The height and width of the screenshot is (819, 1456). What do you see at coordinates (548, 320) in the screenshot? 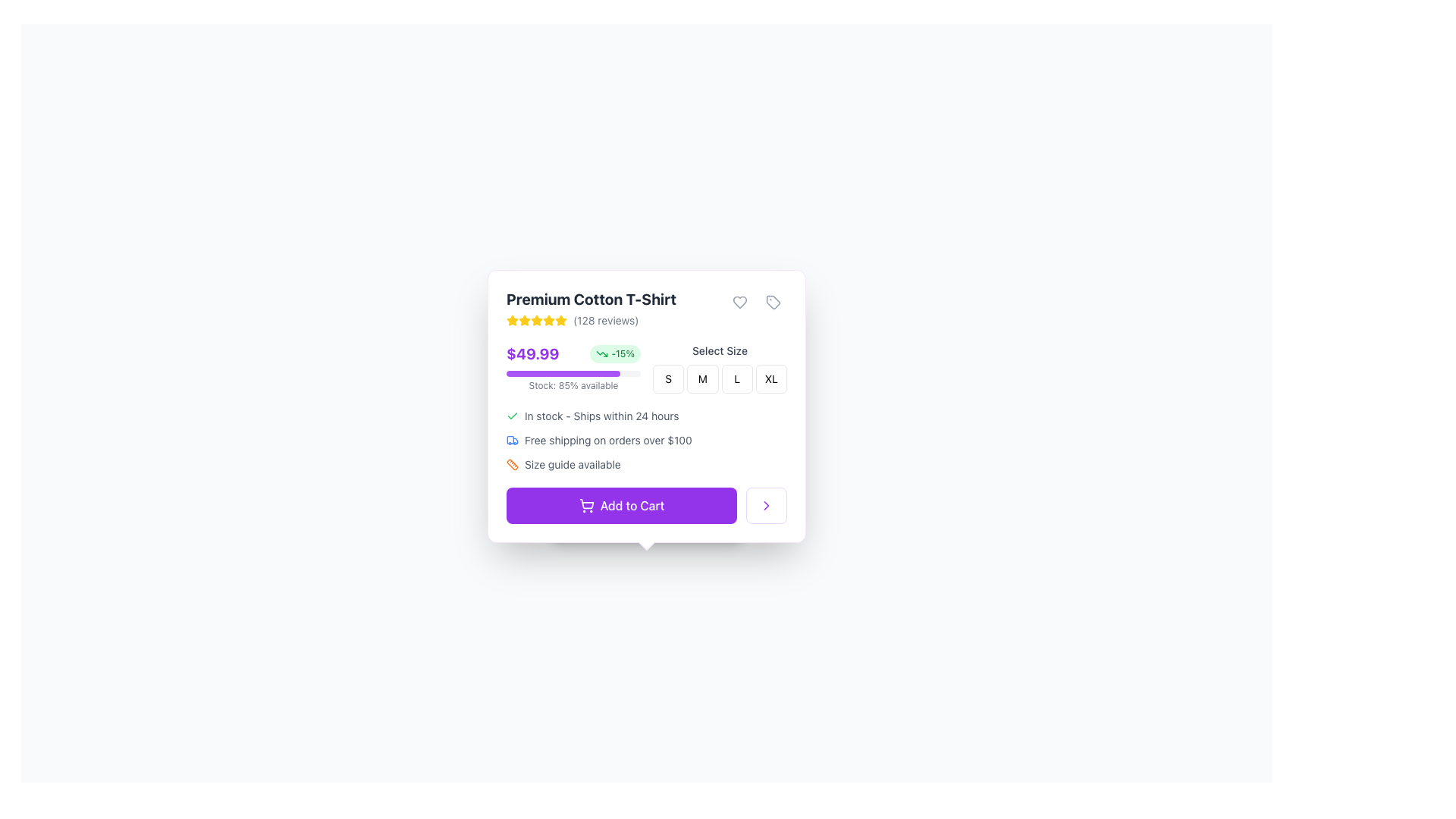
I see `the sixth star icon in the horizontal row of star rating icons used for product rating` at bounding box center [548, 320].